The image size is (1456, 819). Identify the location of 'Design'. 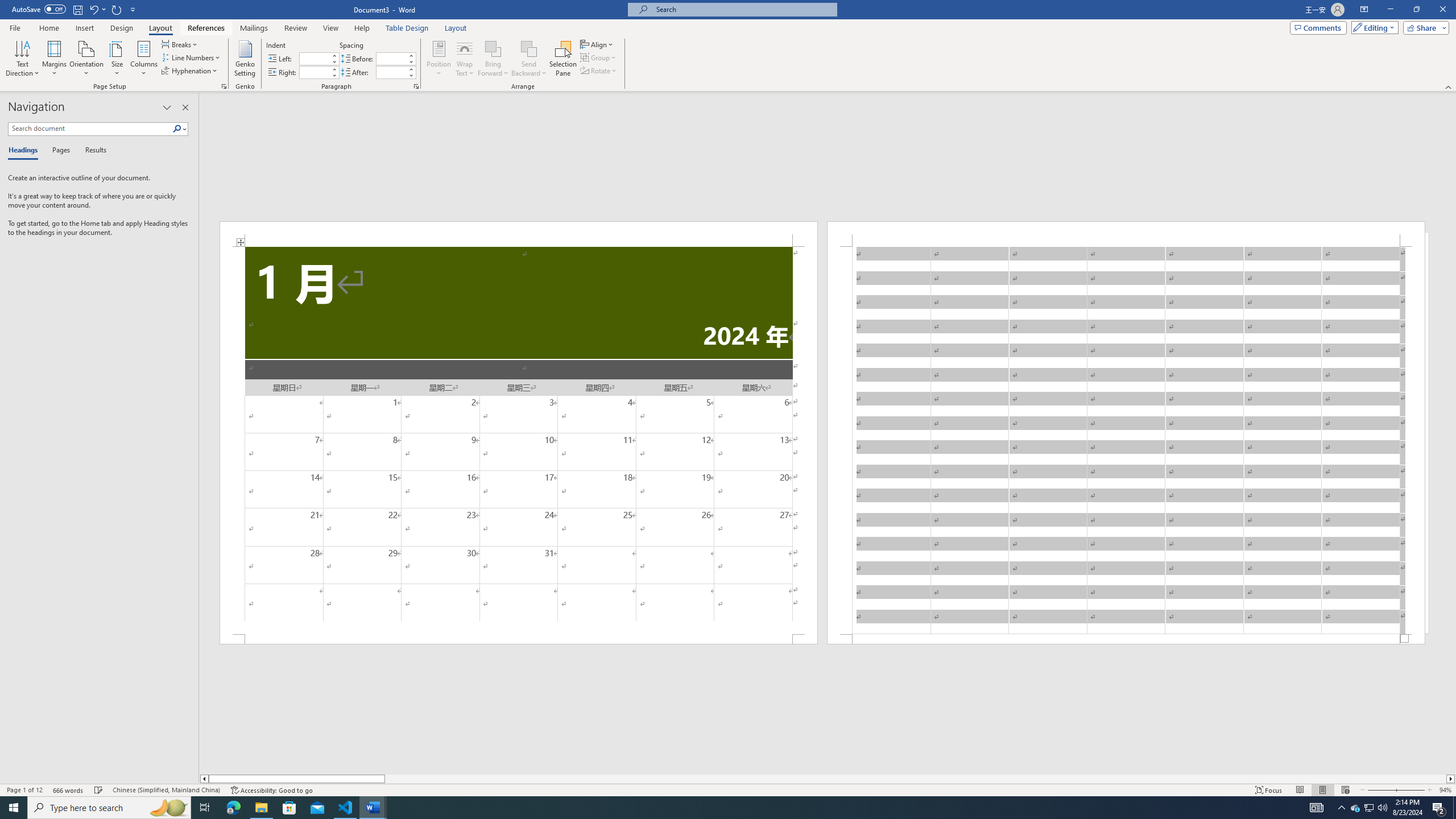
(122, 28).